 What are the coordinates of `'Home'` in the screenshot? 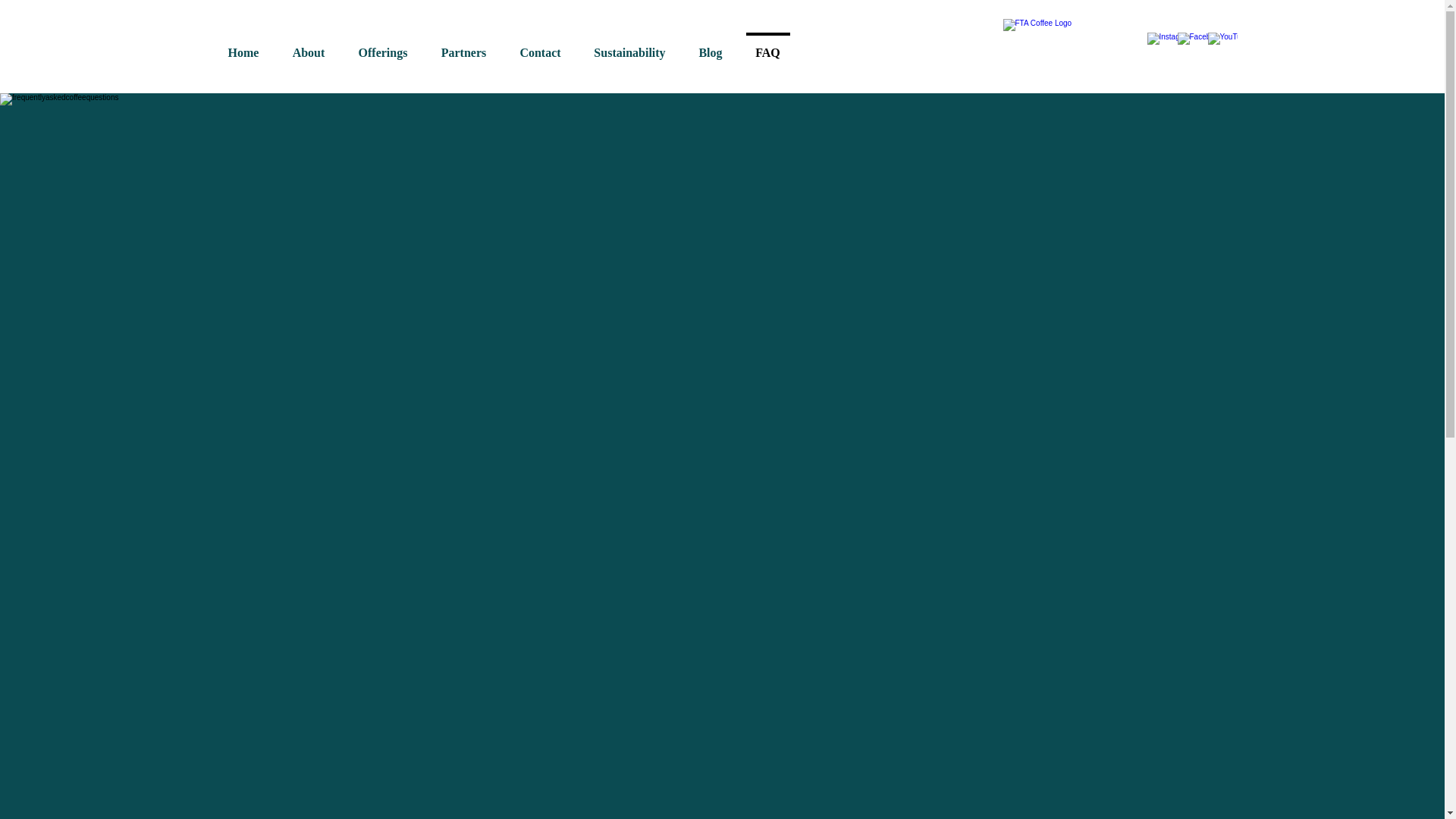 It's located at (243, 45).